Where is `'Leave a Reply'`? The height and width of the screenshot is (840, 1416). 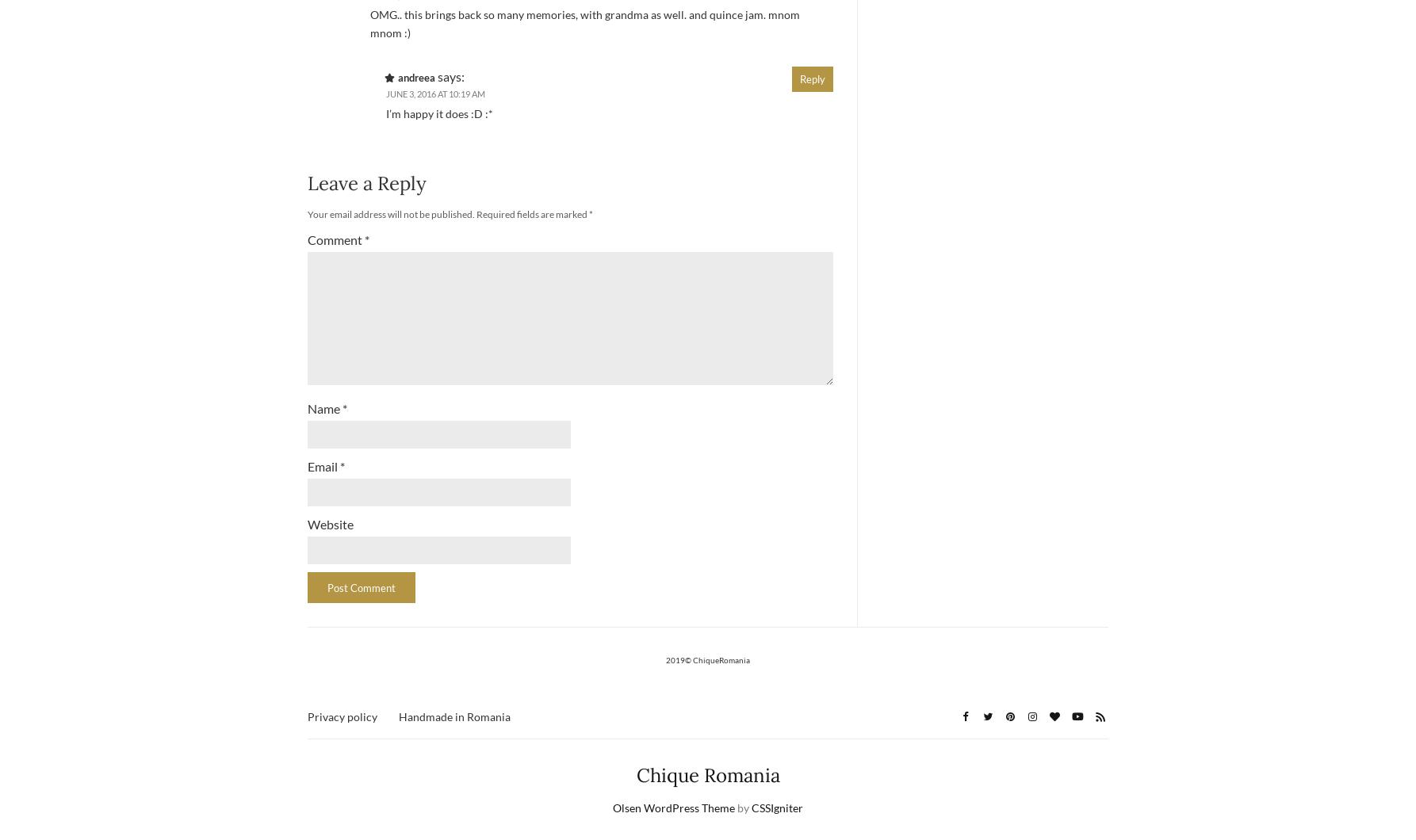 'Leave a Reply' is located at coordinates (365, 181).